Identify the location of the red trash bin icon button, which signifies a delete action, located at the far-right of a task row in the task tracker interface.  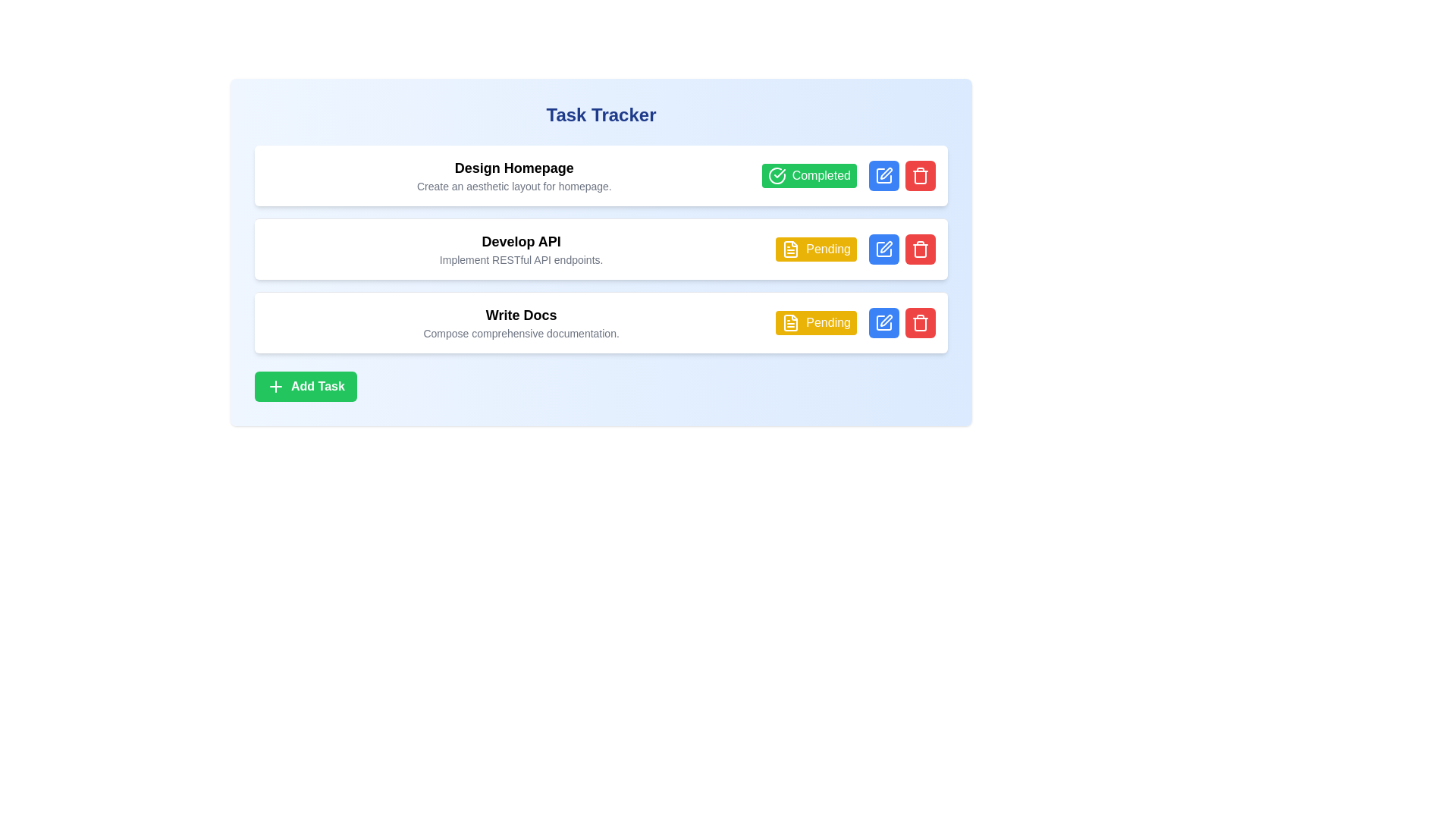
(920, 248).